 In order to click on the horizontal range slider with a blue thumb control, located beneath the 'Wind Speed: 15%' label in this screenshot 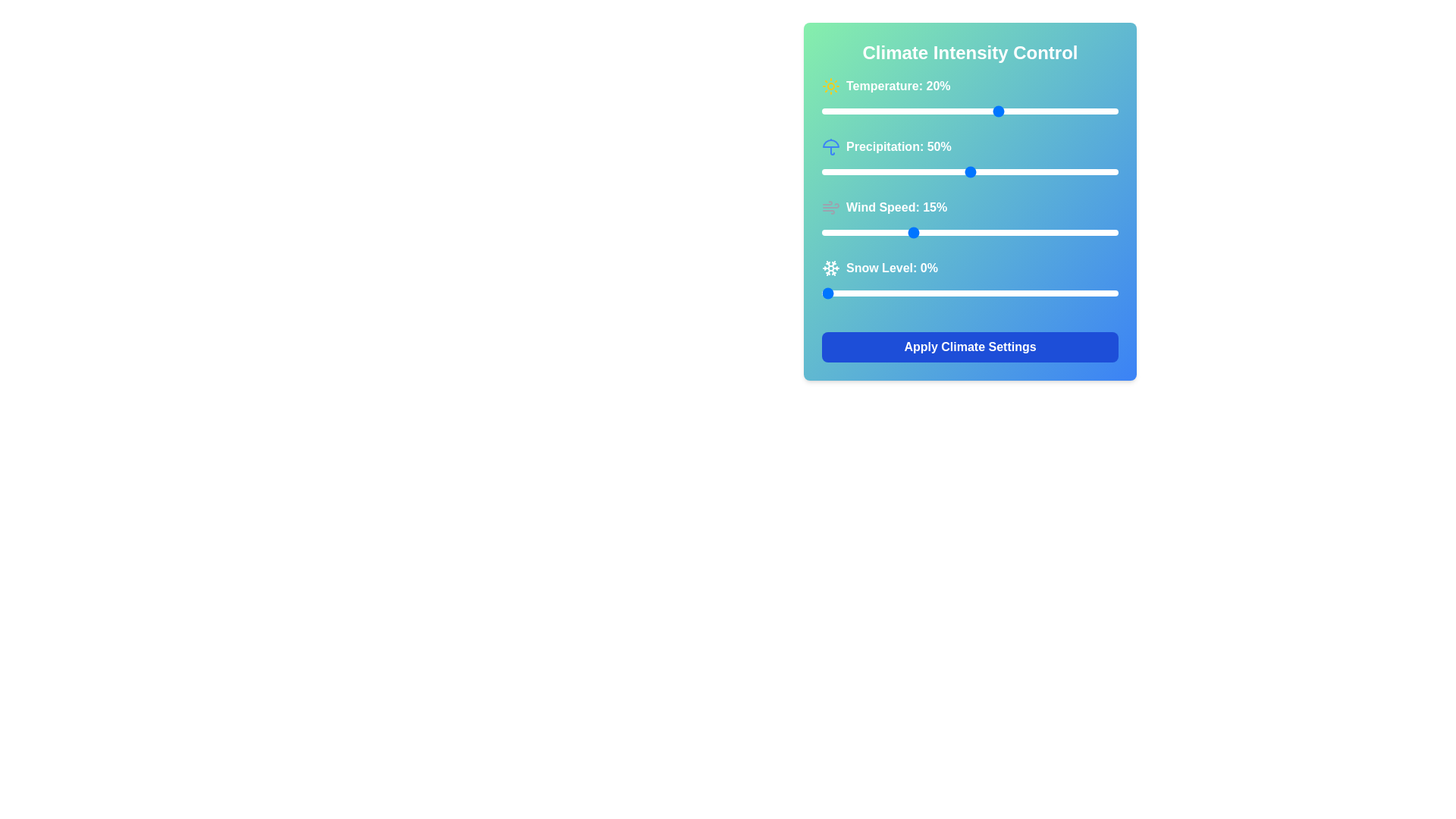, I will do `click(969, 233)`.